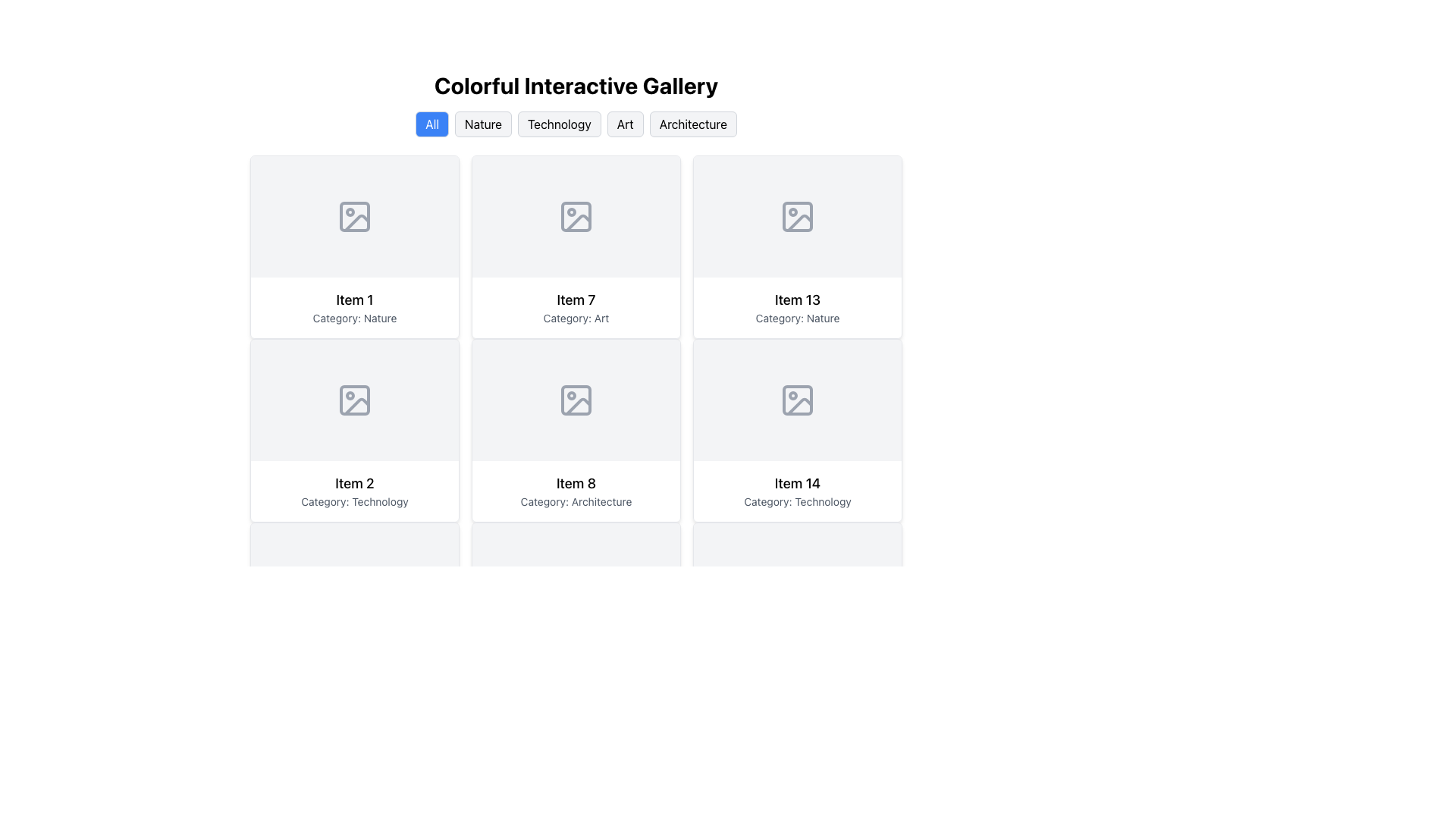 Image resolution: width=1456 pixels, height=819 pixels. What do you see at coordinates (796, 300) in the screenshot?
I see `the text label displaying 'Item 13' in bold, located within the third column of the third row in a card-like UI component` at bounding box center [796, 300].